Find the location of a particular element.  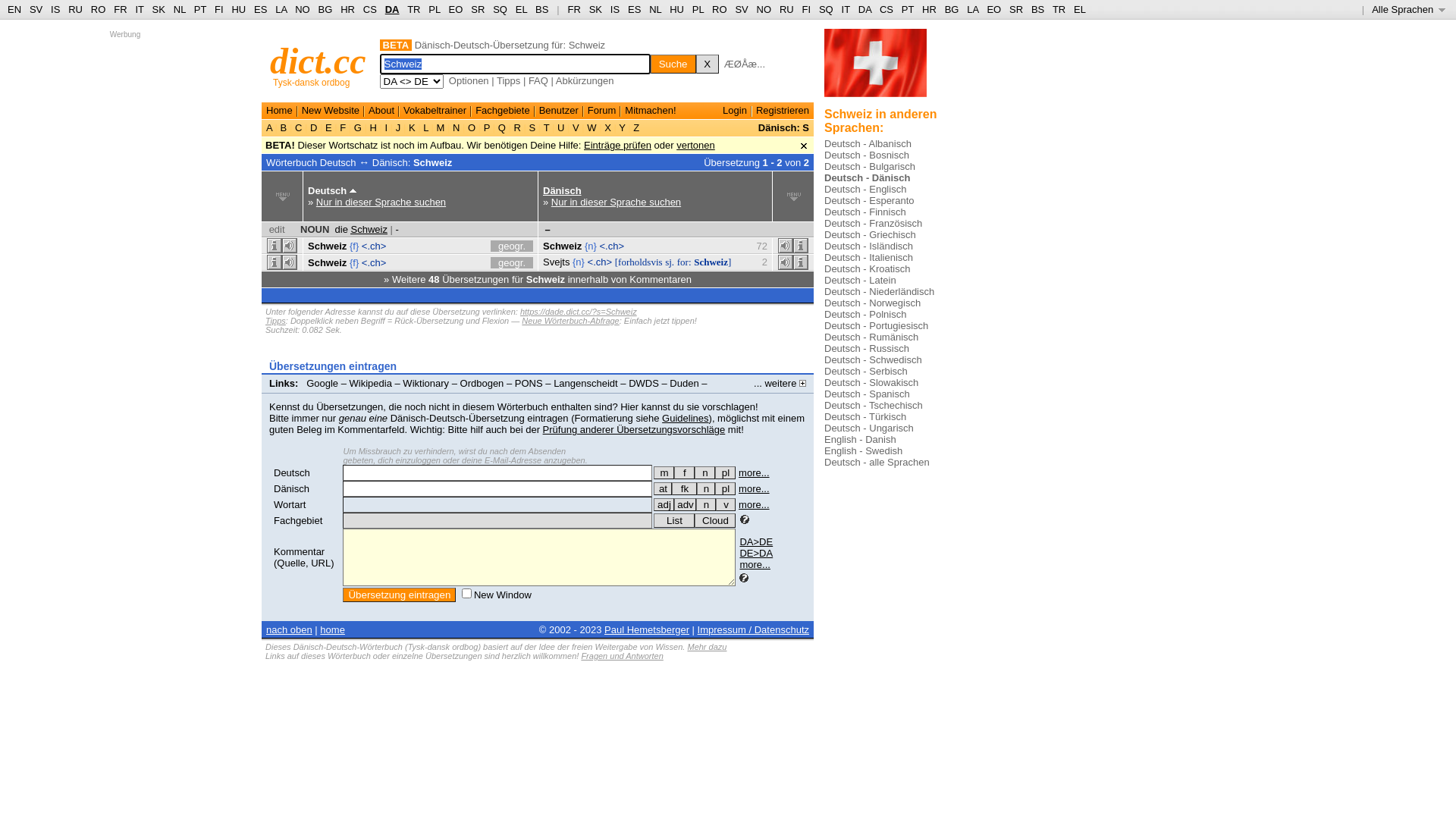

'for:' is located at coordinates (683, 261).